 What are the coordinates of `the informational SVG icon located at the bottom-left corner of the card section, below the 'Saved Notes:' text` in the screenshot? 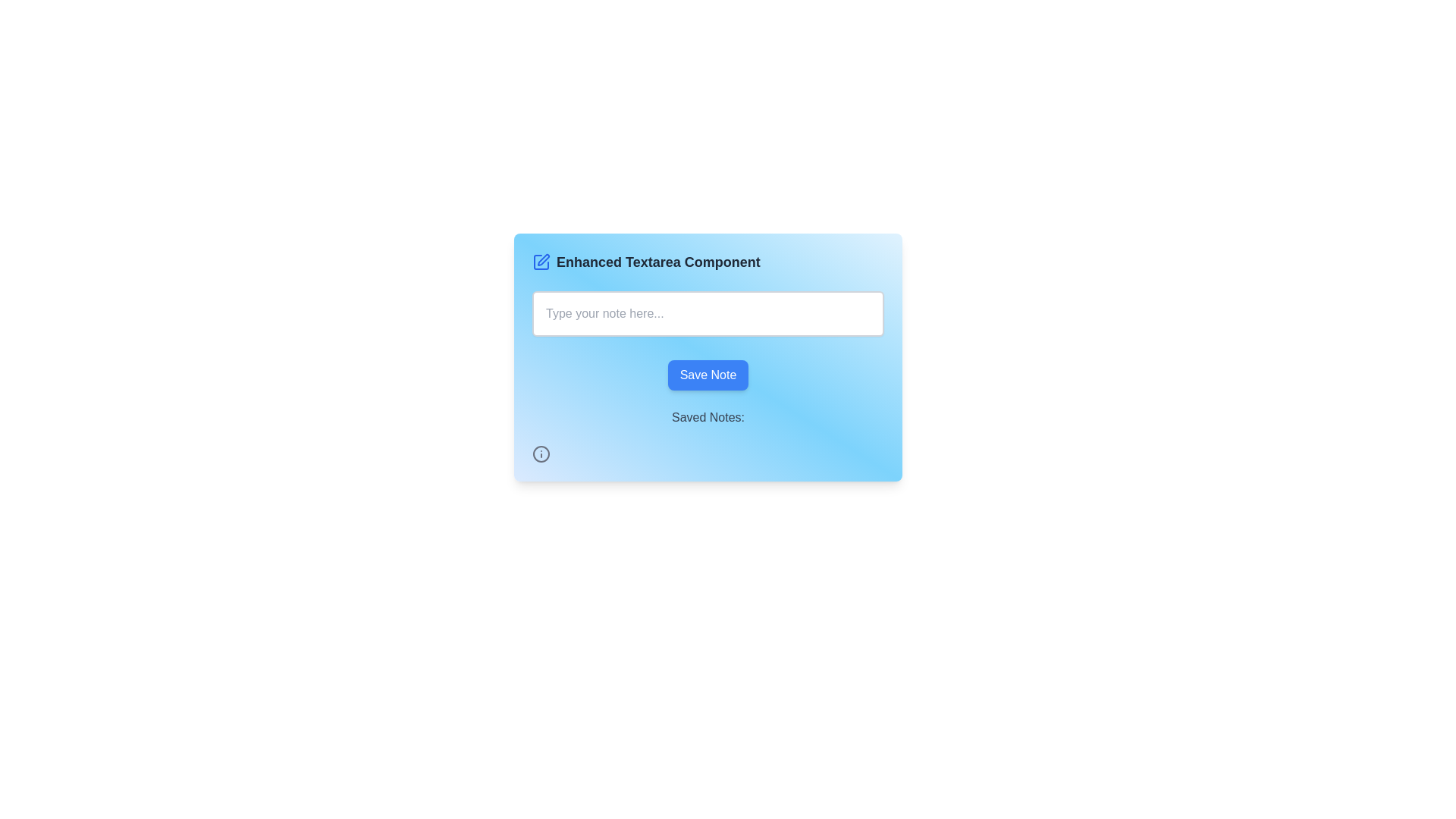 It's located at (541, 453).